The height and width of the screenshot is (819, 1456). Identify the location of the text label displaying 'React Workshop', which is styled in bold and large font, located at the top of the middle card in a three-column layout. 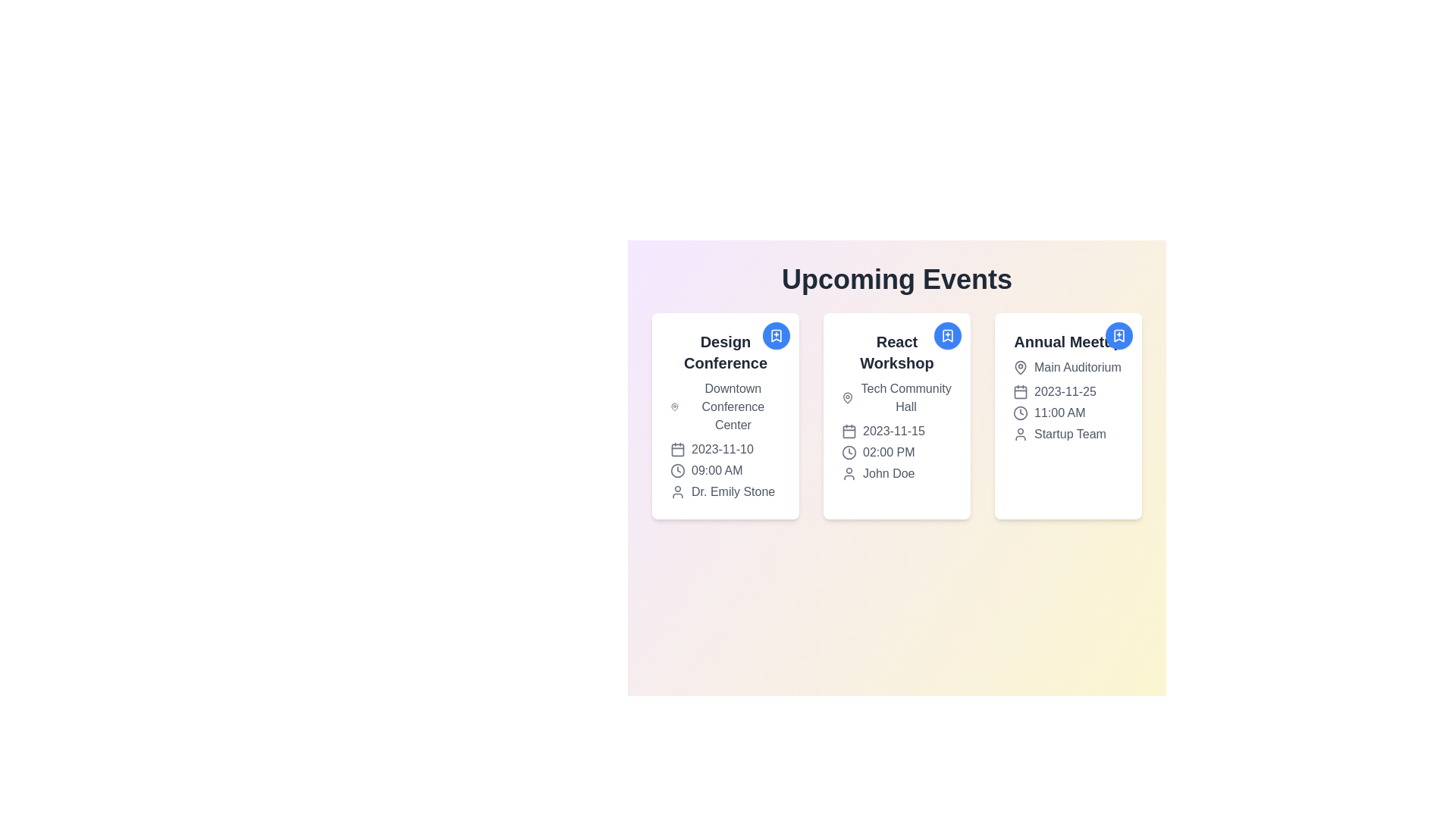
(896, 353).